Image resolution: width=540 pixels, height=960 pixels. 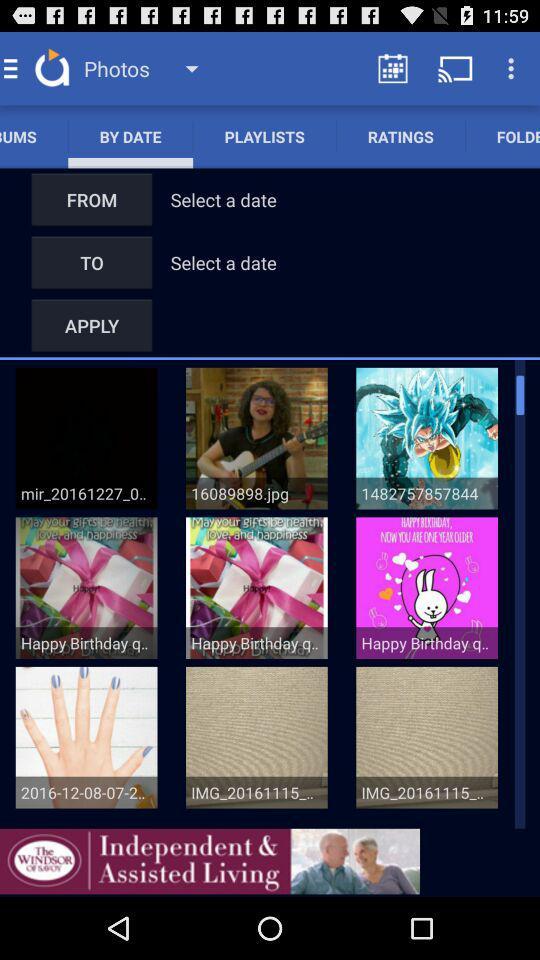 I want to click on advertisement, so click(x=209, y=860).